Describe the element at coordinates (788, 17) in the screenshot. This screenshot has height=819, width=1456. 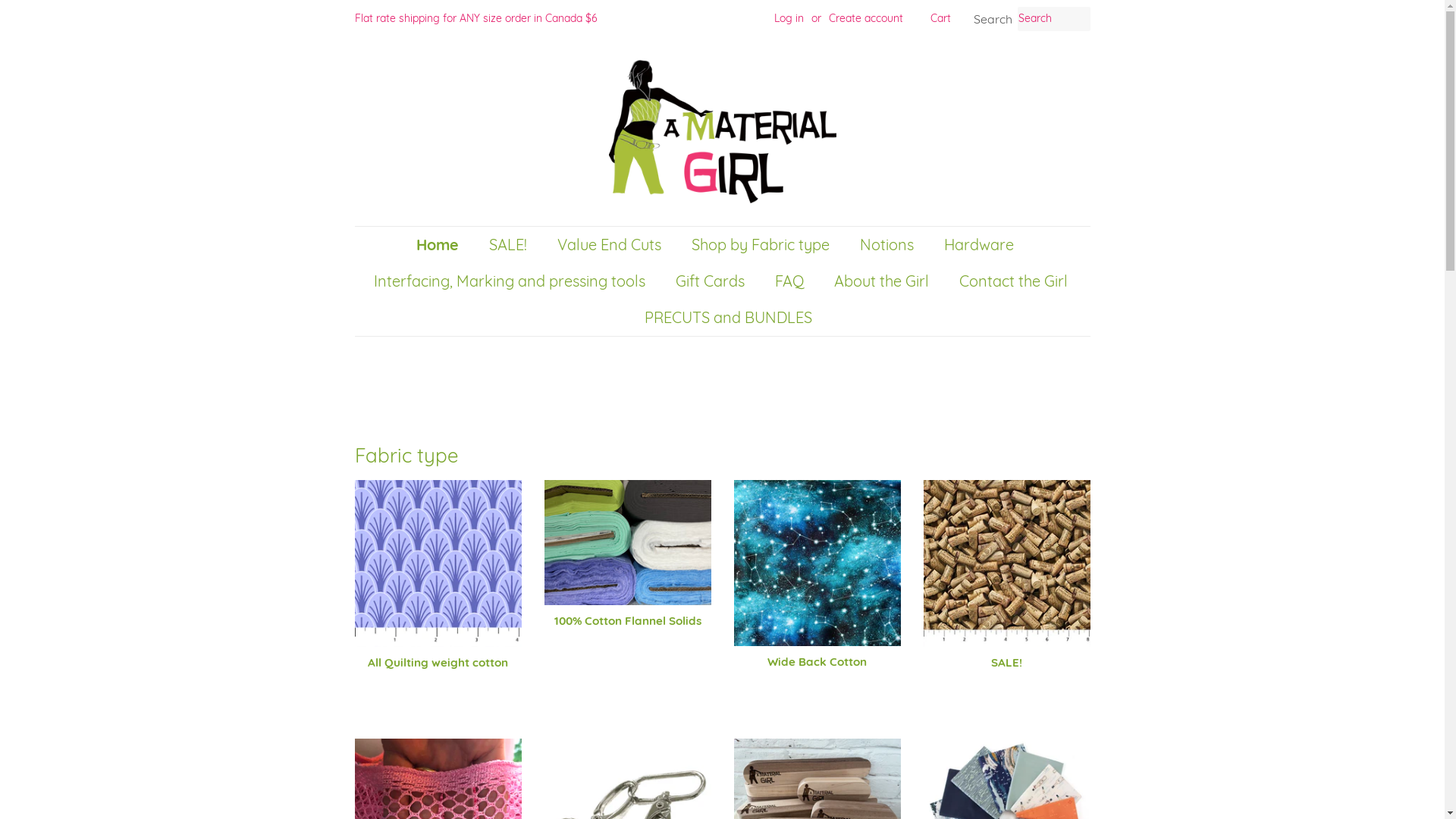
I see `'Log in'` at that location.